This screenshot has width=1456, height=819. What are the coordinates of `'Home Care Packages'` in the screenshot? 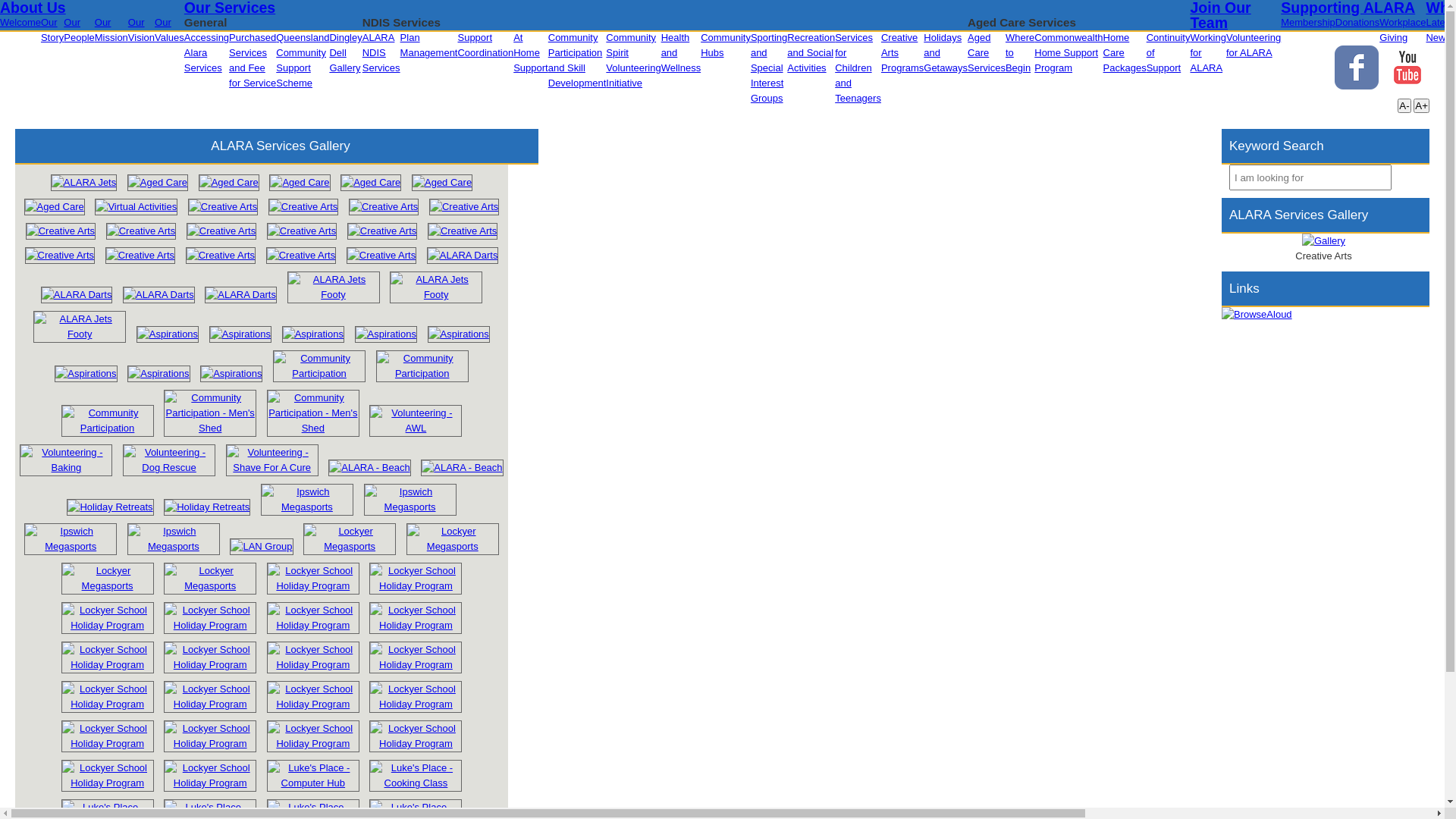 It's located at (1125, 52).